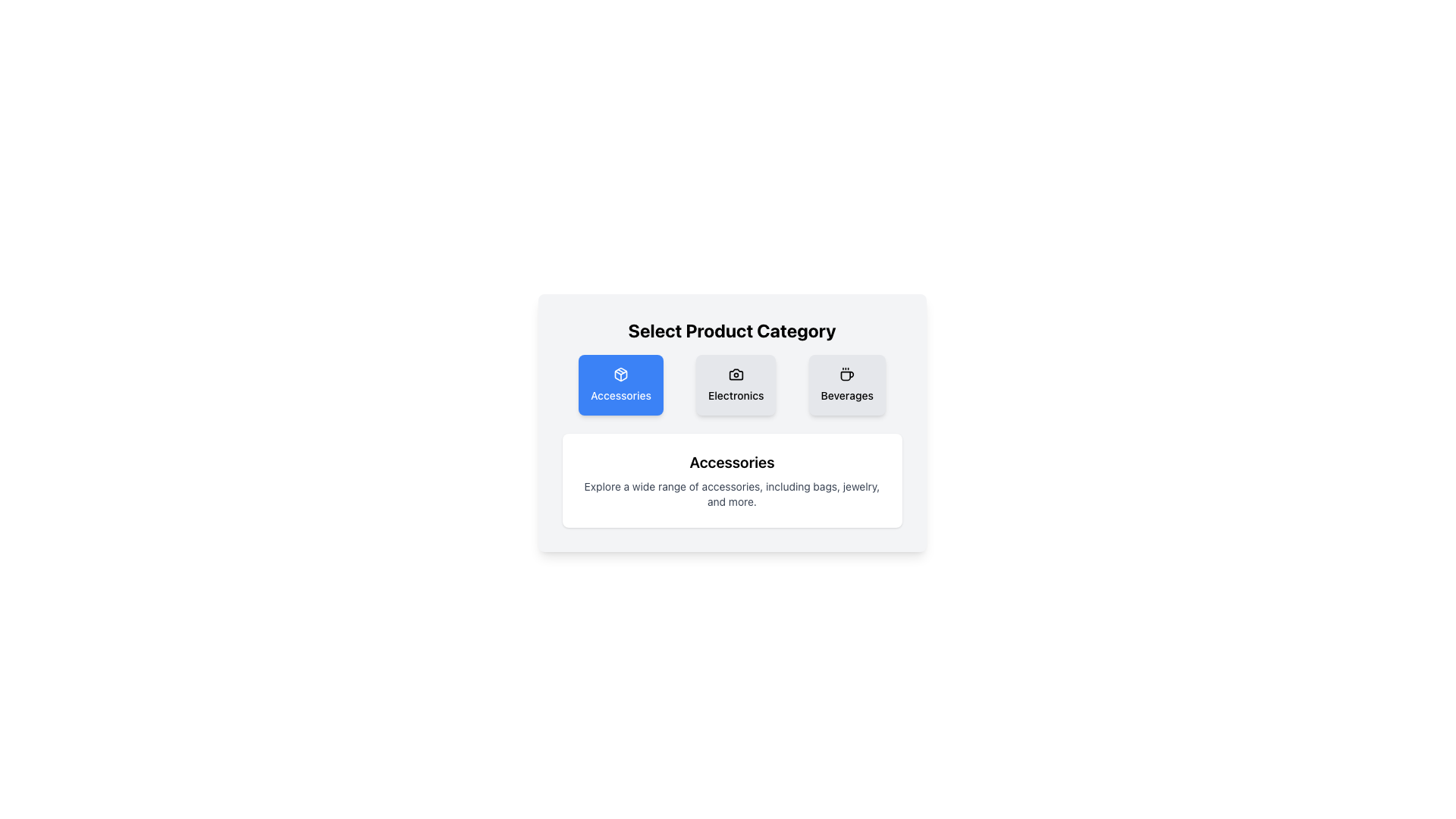 The width and height of the screenshot is (1456, 819). I want to click on the informational text block about accessories, which includes a header styled in bold and larger font, located at the center-bottom of the card-like layout beneath the 'Accessories' button, so click(732, 480).